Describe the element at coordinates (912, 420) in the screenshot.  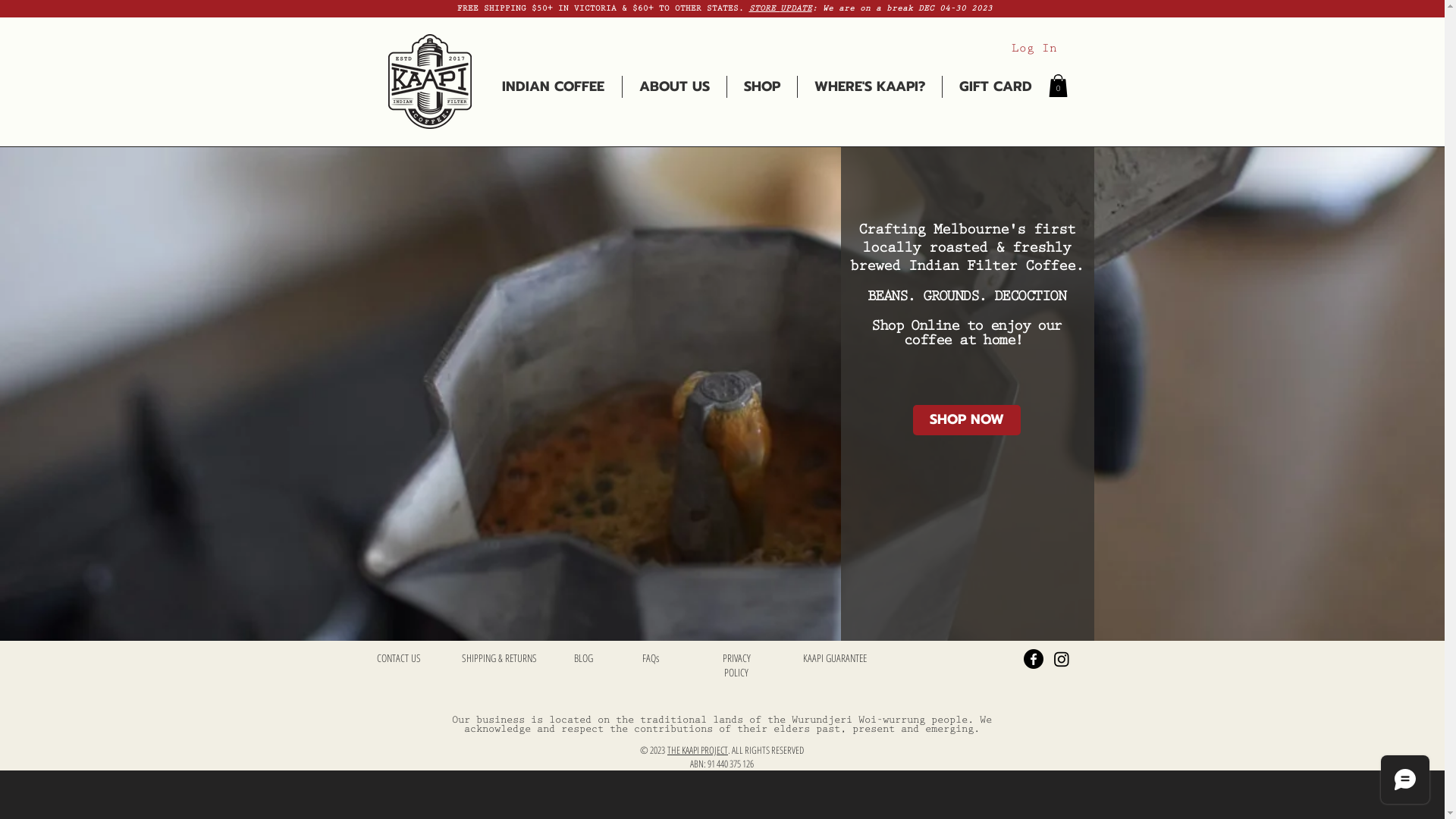
I see `'SHOP NOW'` at that location.